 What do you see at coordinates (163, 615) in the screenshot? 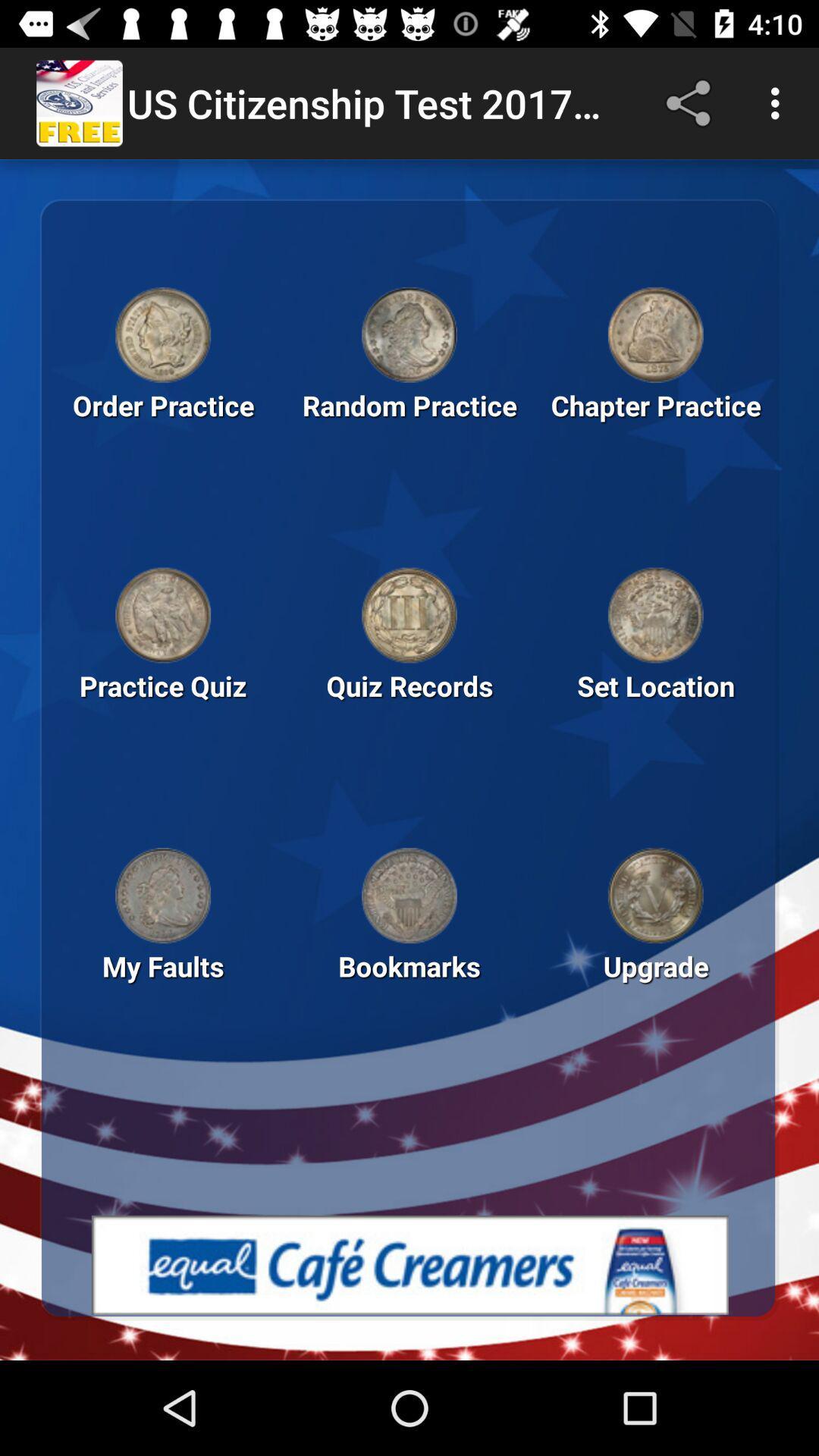
I see `practice quiz for us citizenship test 2017` at bounding box center [163, 615].